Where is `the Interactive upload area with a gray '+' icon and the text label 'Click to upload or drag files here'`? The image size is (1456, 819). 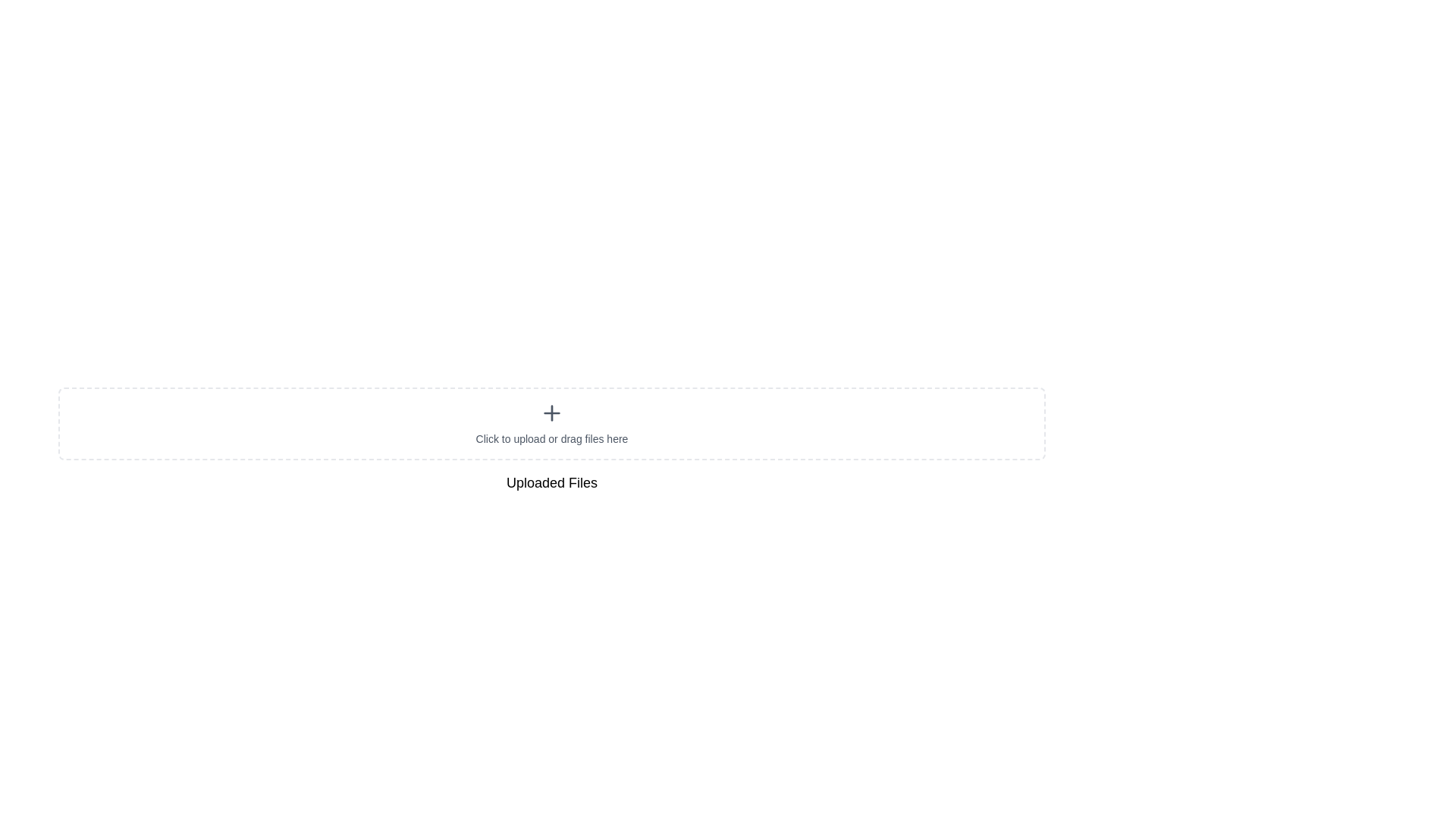
the Interactive upload area with a gray '+' icon and the text label 'Click to upload or drag files here' is located at coordinates (551, 424).